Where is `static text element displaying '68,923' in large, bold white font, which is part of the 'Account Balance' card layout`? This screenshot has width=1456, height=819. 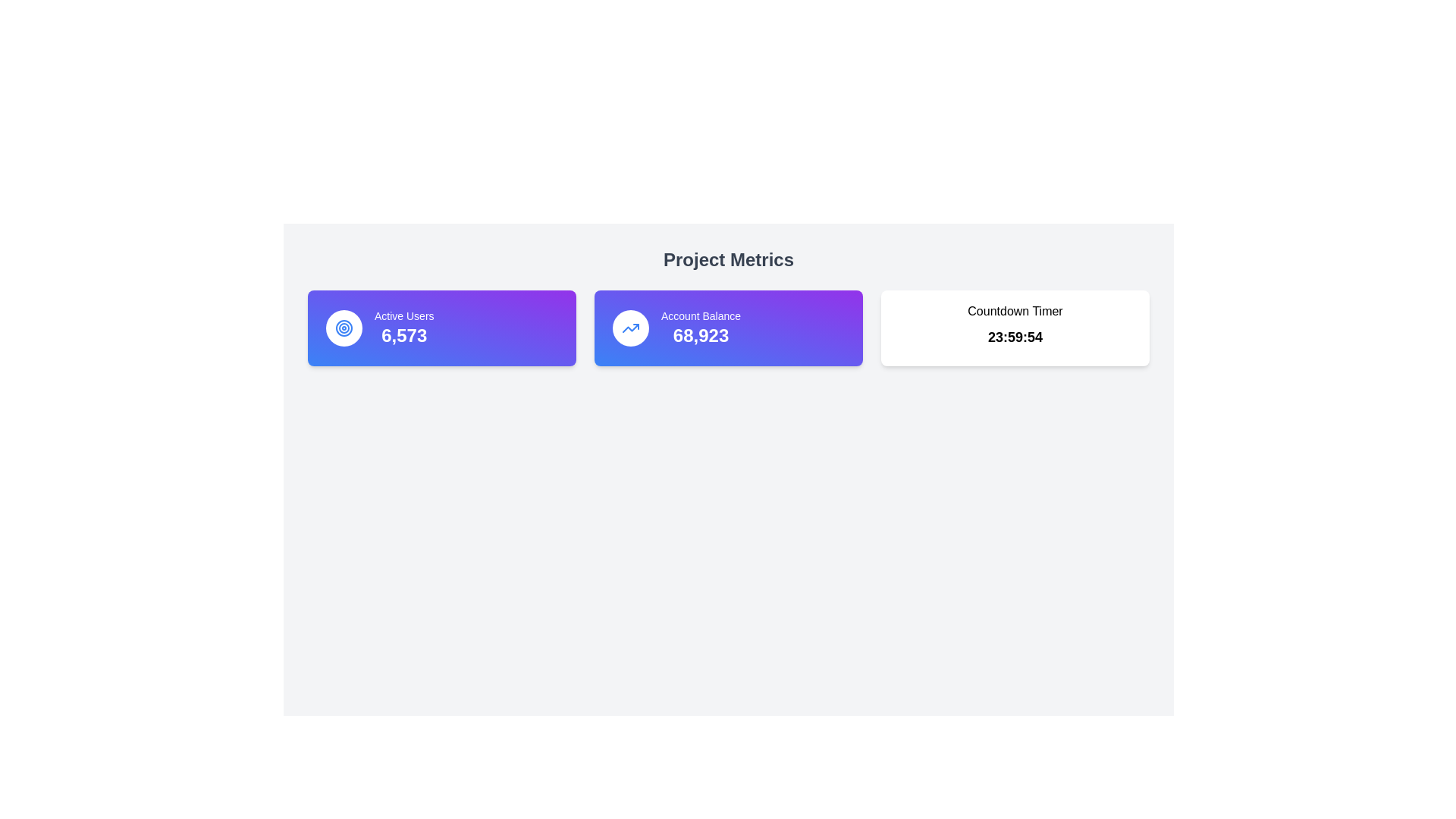 static text element displaying '68,923' in large, bold white font, which is part of the 'Account Balance' card layout is located at coordinates (700, 335).